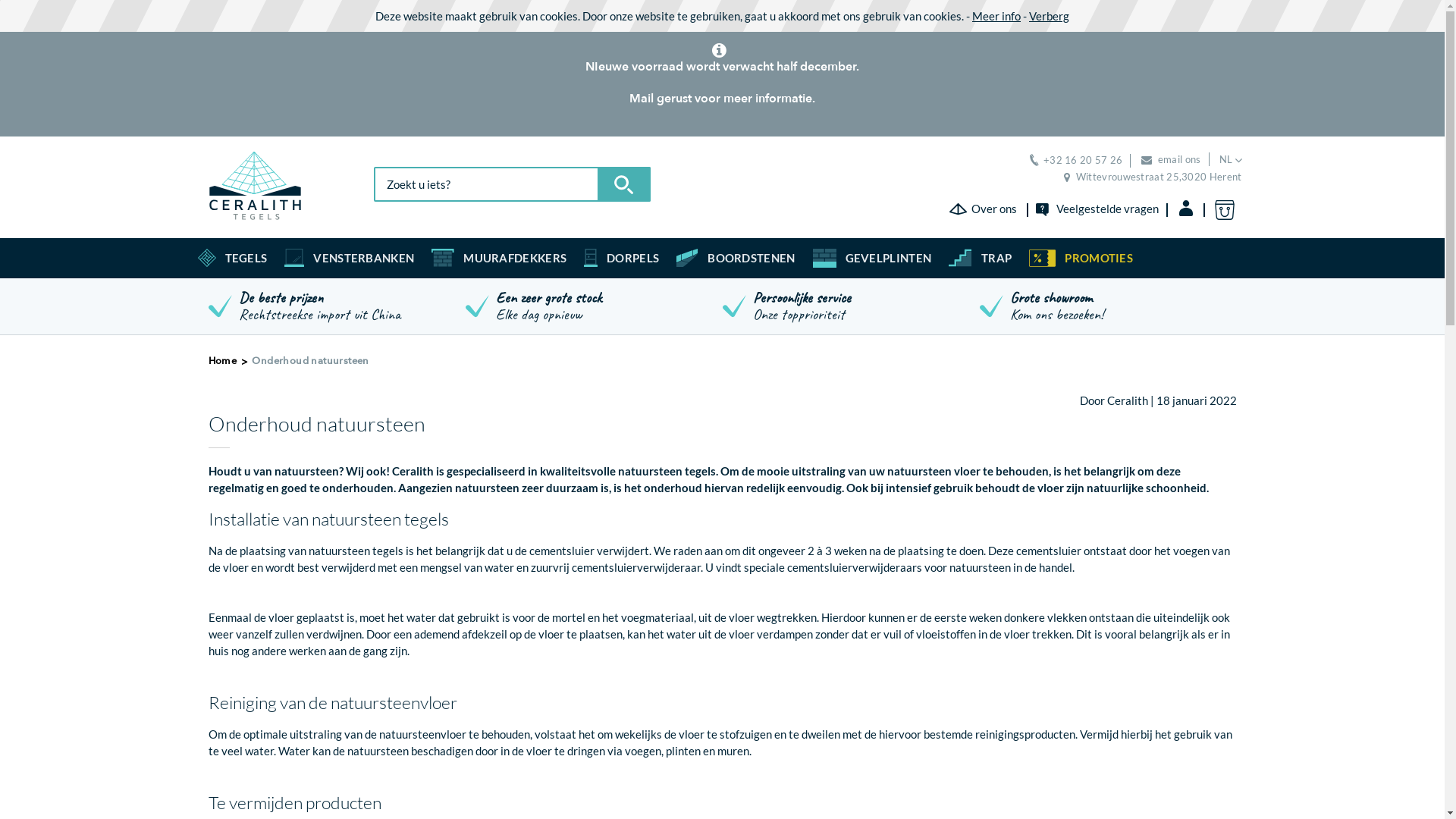 This screenshot has width=1456, height=819. What do you see at coordinates (1170, 158) in the screenshot?
I see `'email ons'` at bounding box center [1170, 158].